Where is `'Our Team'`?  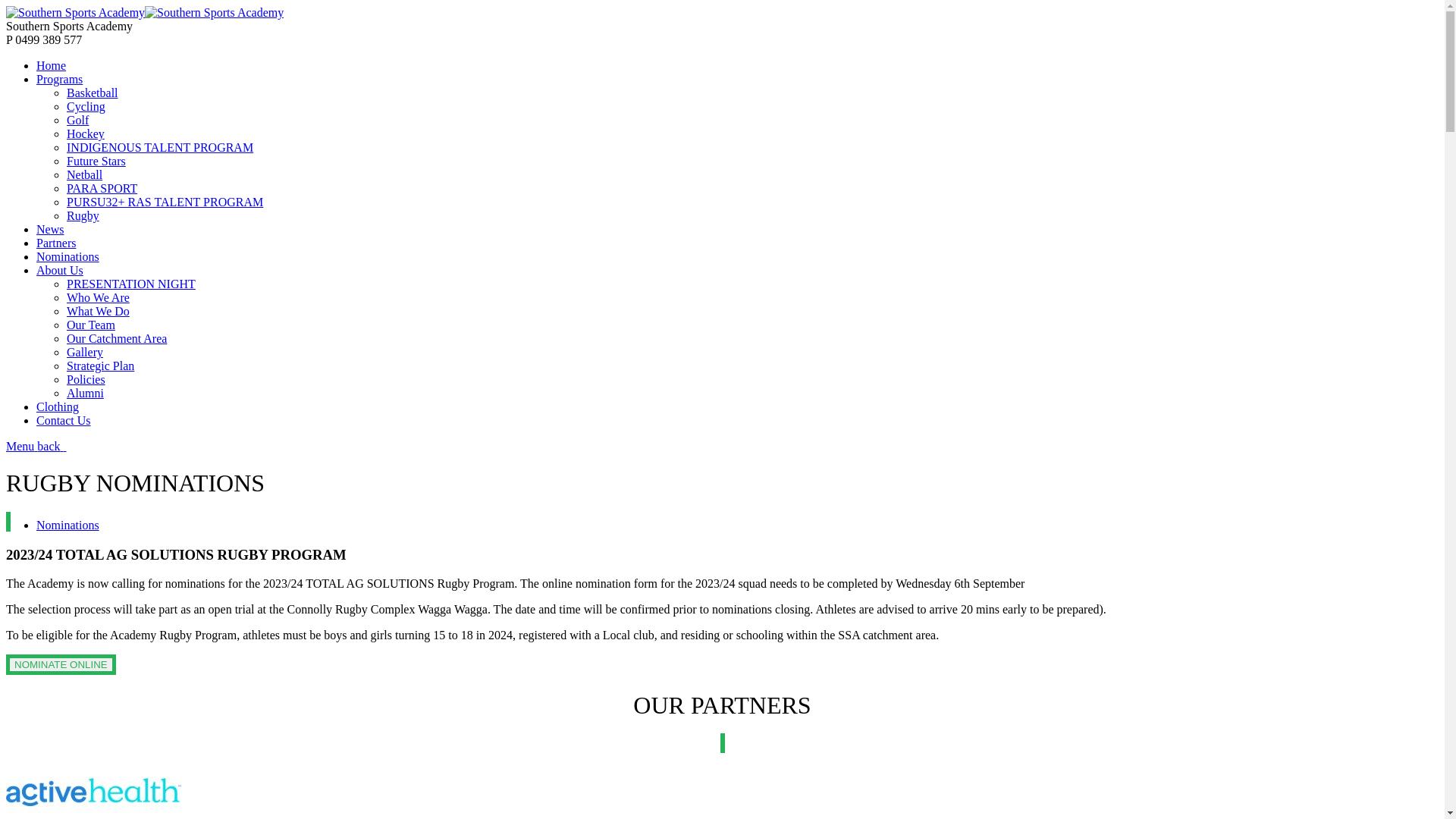
'Our Team' is located at coordinates (90, 324).